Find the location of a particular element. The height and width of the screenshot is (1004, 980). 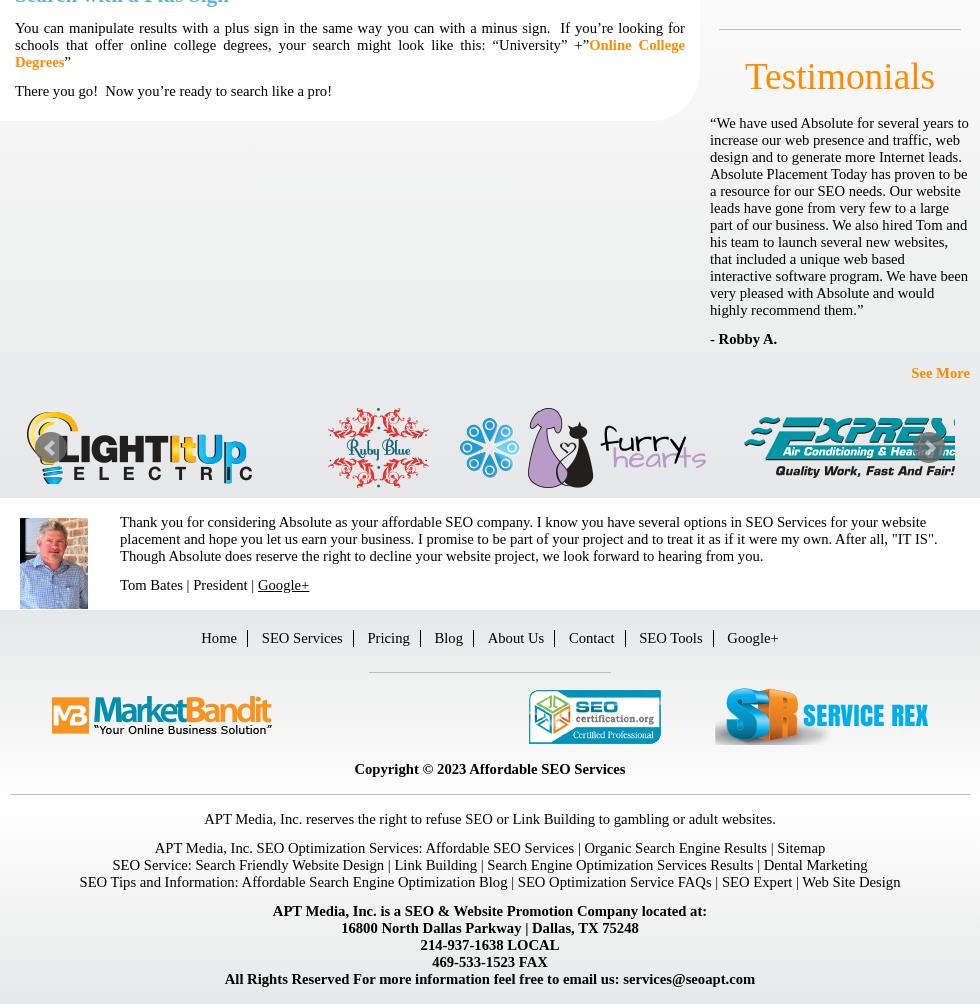

'APT Media, Inc. SEO Optimization Services:' is located at coordinates (289, 847).